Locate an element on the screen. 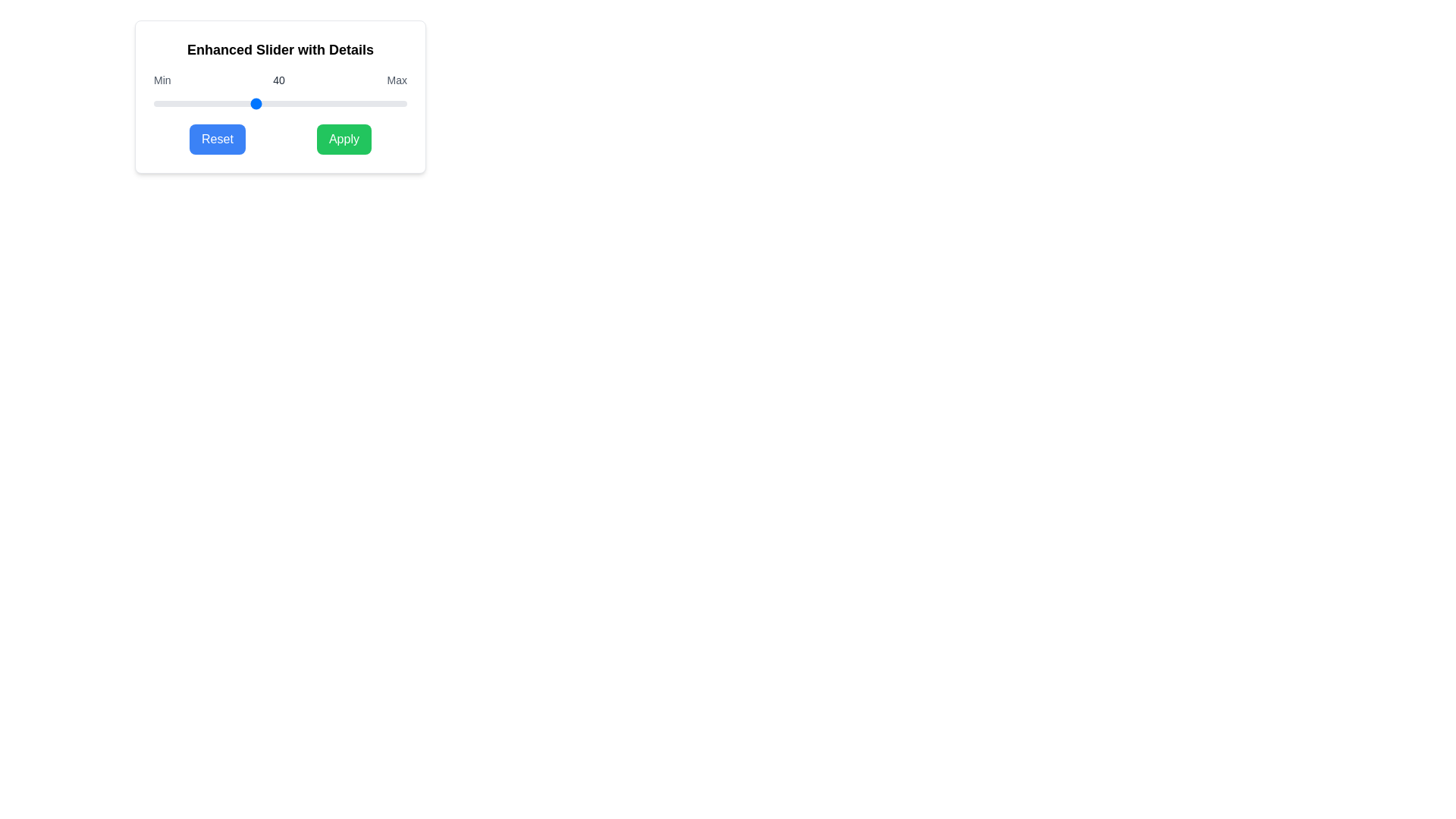 This screenshot has height=819, width=1456. the slider is located at coordinates (364, 103).